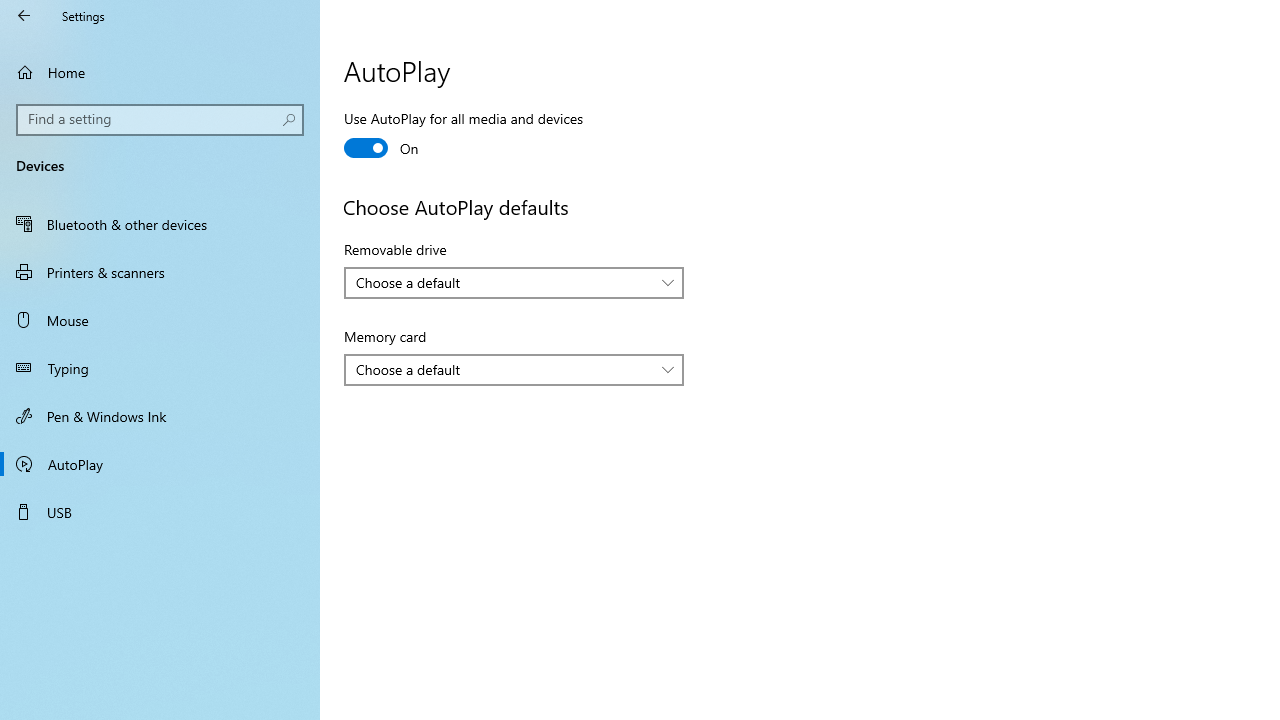 This screenshot has height=720, width=1280. What do you see at coordinates (160, 510) in the screenshot?
I see `'USB'` at bounding box center [160, 510].